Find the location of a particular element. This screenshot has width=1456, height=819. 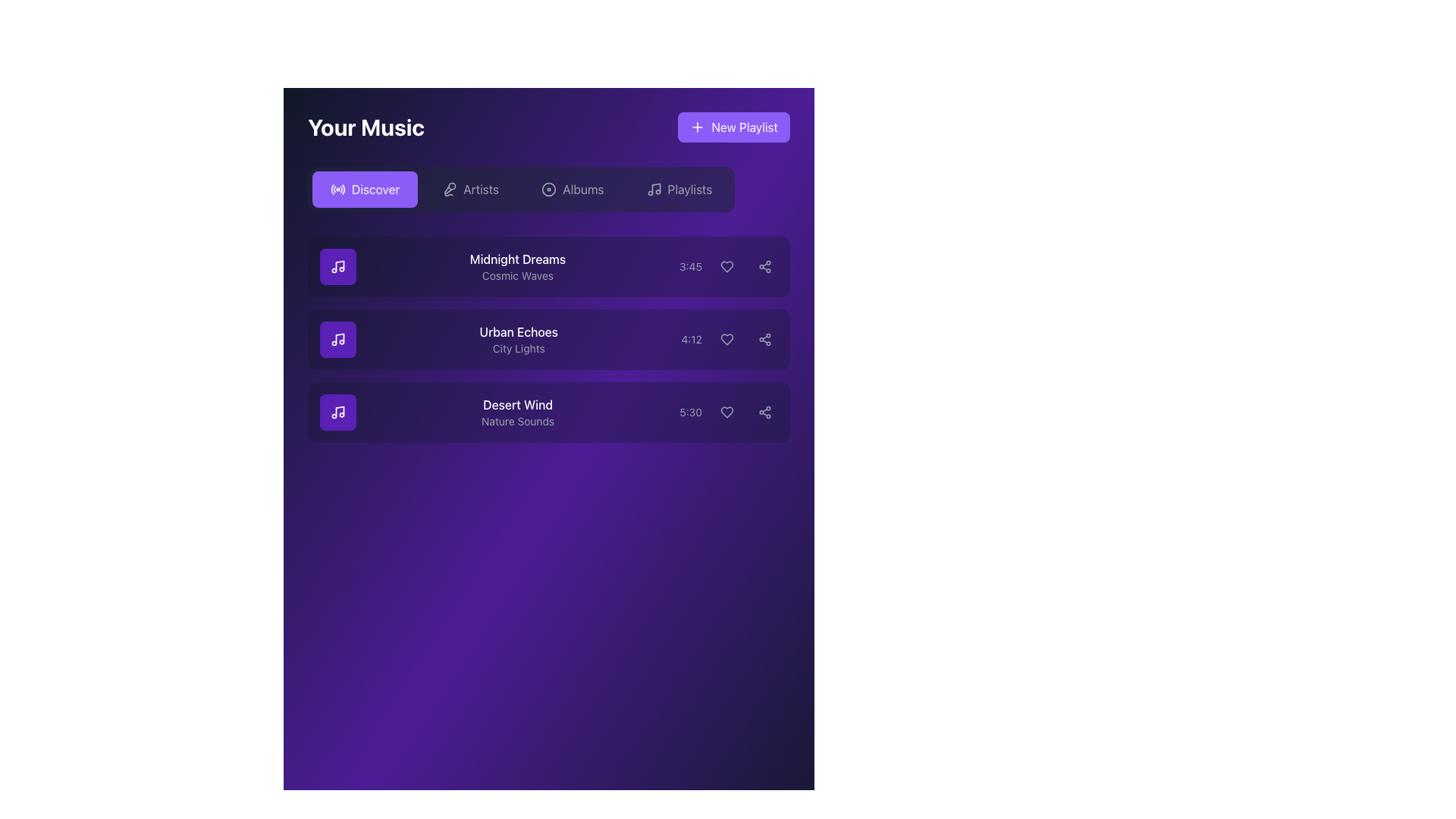

the square-shaped icon with rounded corners and a purple background containing a white music note, which is positioned to the left of the text 'Midnight Dreams Cosmic Waves' is located at coordinates (337, 265).